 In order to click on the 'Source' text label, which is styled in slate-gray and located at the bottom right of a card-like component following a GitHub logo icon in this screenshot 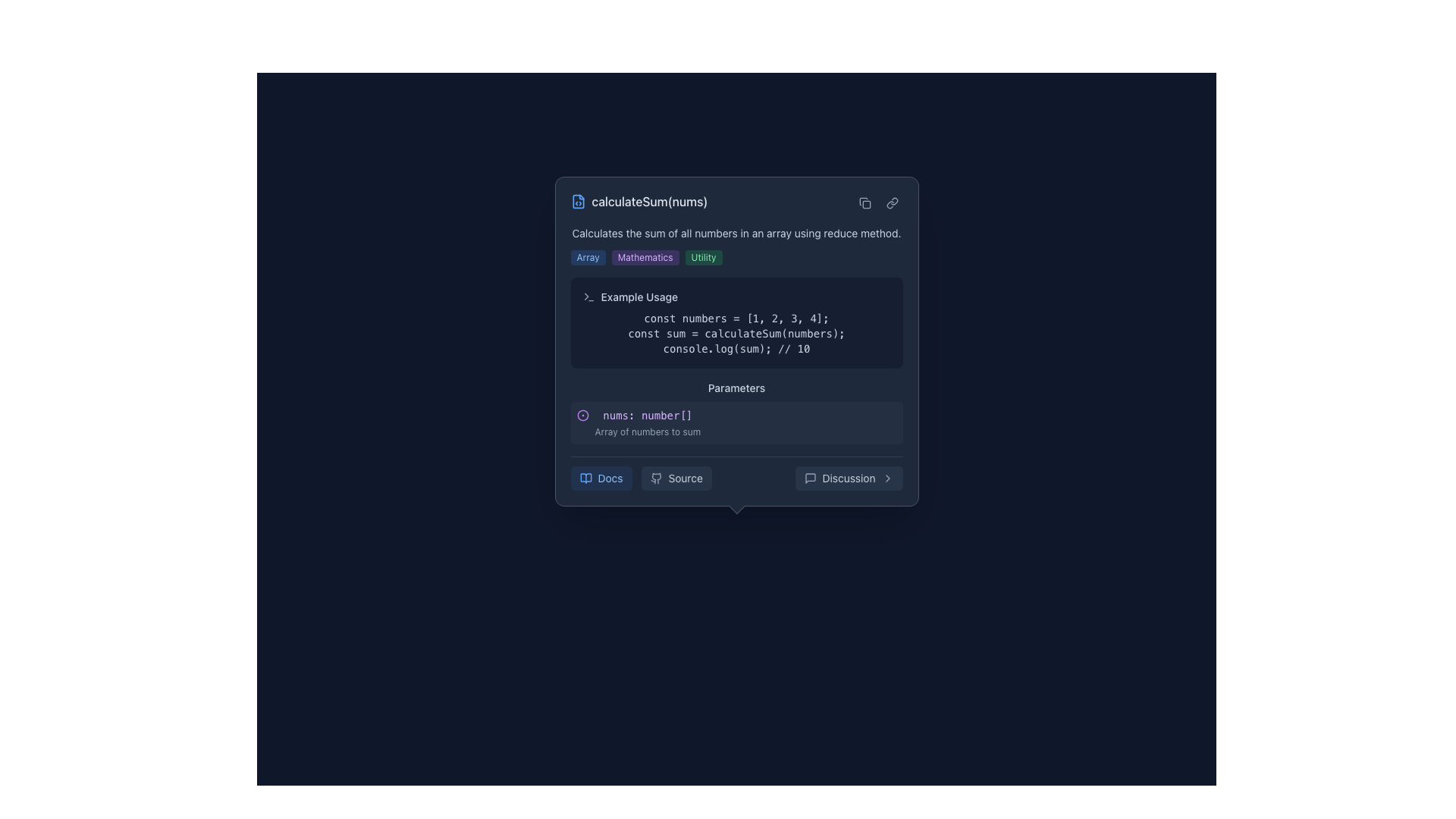, I will do `click(685, 479)`.